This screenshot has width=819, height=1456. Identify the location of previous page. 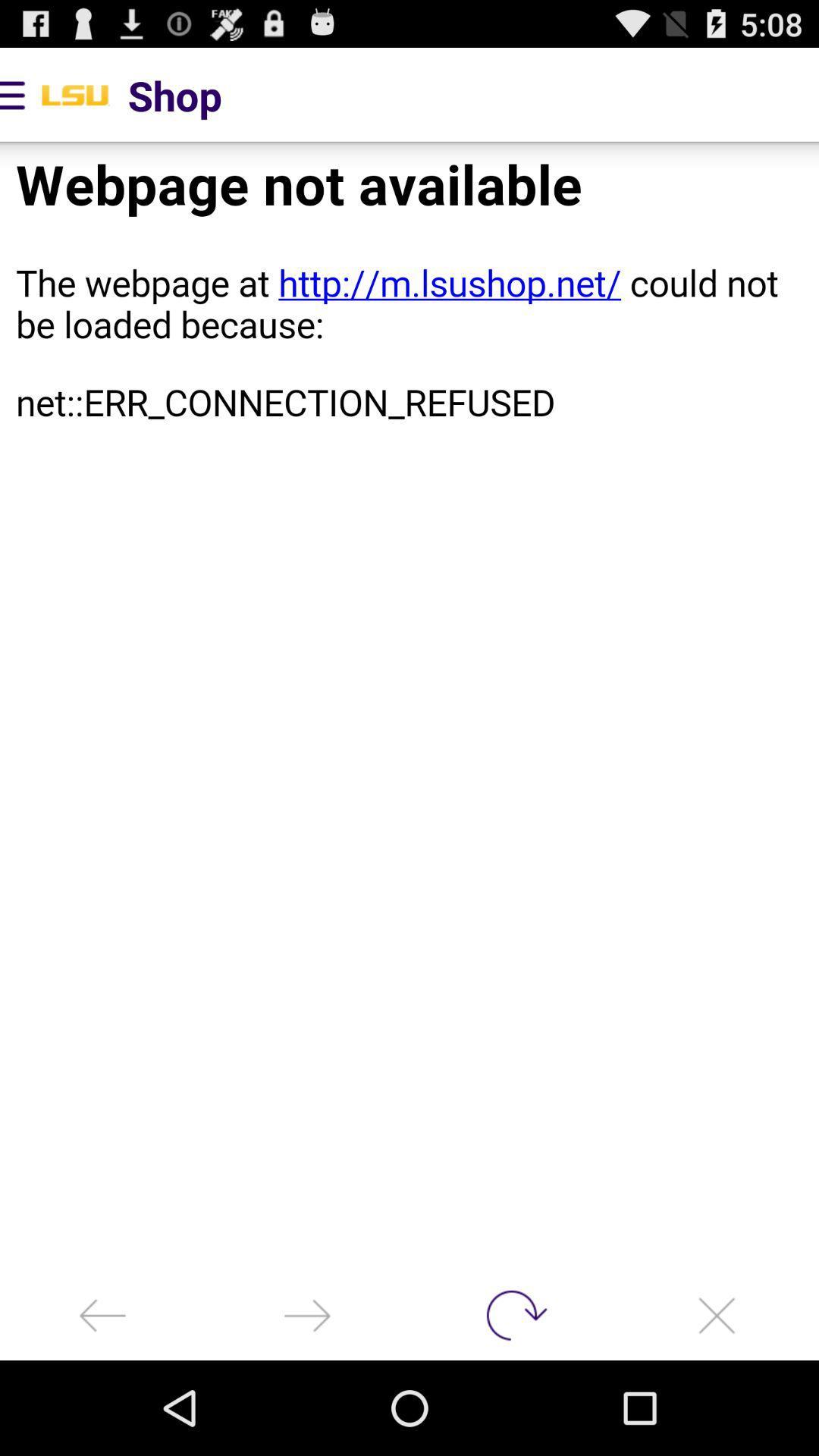
(307, 1314).